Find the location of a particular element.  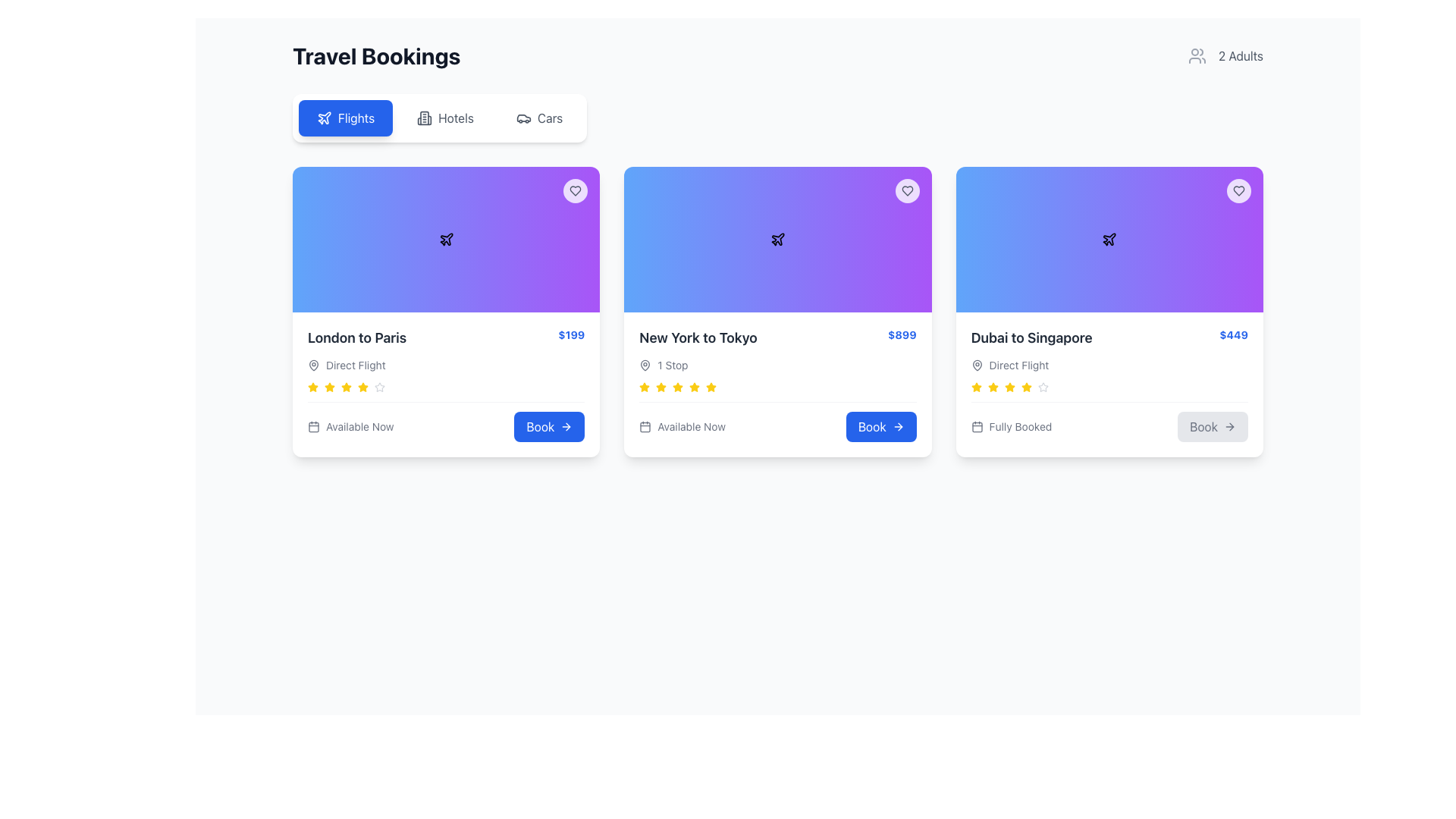

the leftmost yellow star icon below the 'Direct Flight' text for the 'New York to Tokyo' travel option is located at coordinates (976, 386).